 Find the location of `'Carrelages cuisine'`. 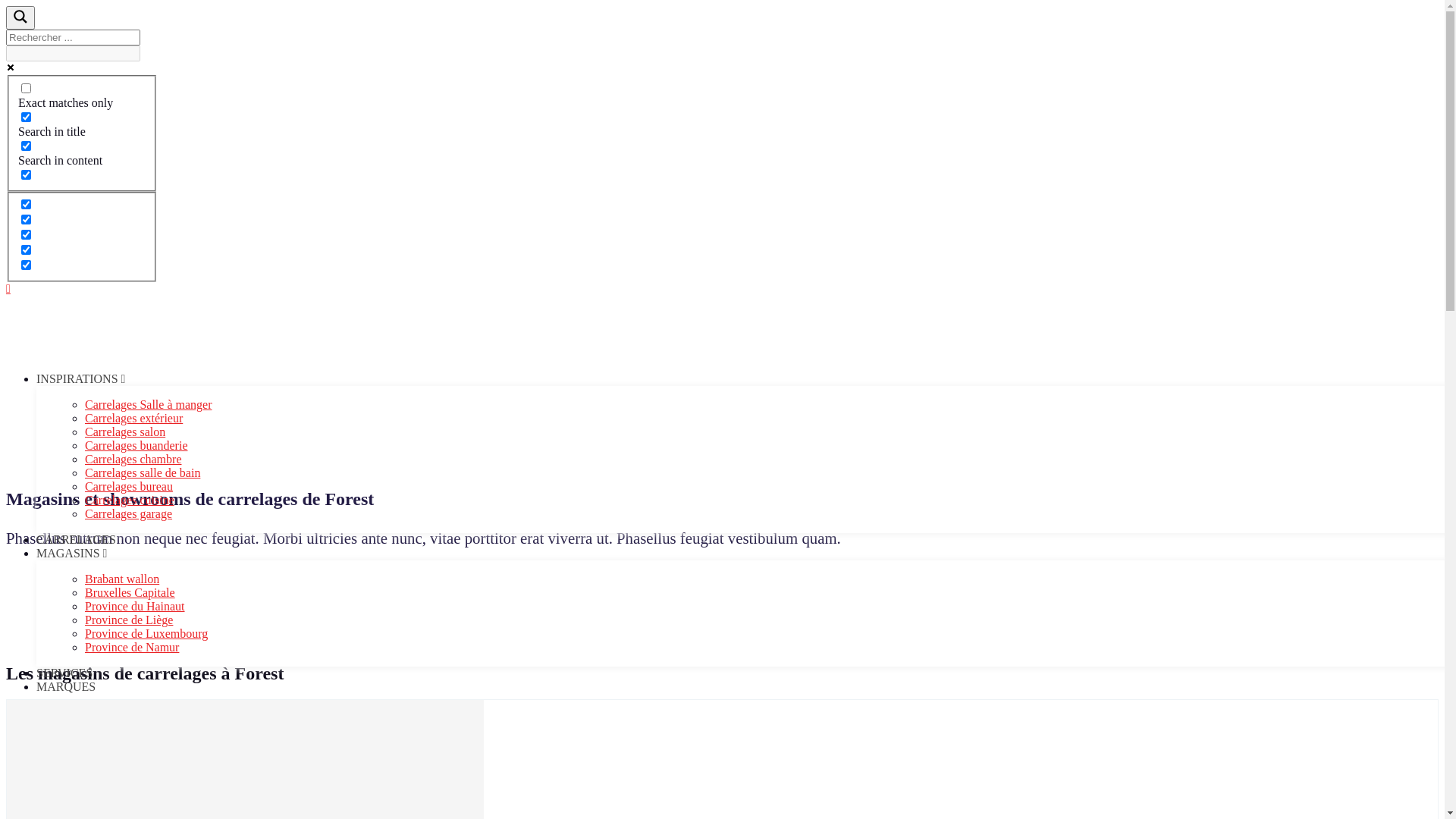

'Carrelages cuisine' is located at coordinates (83, 500).